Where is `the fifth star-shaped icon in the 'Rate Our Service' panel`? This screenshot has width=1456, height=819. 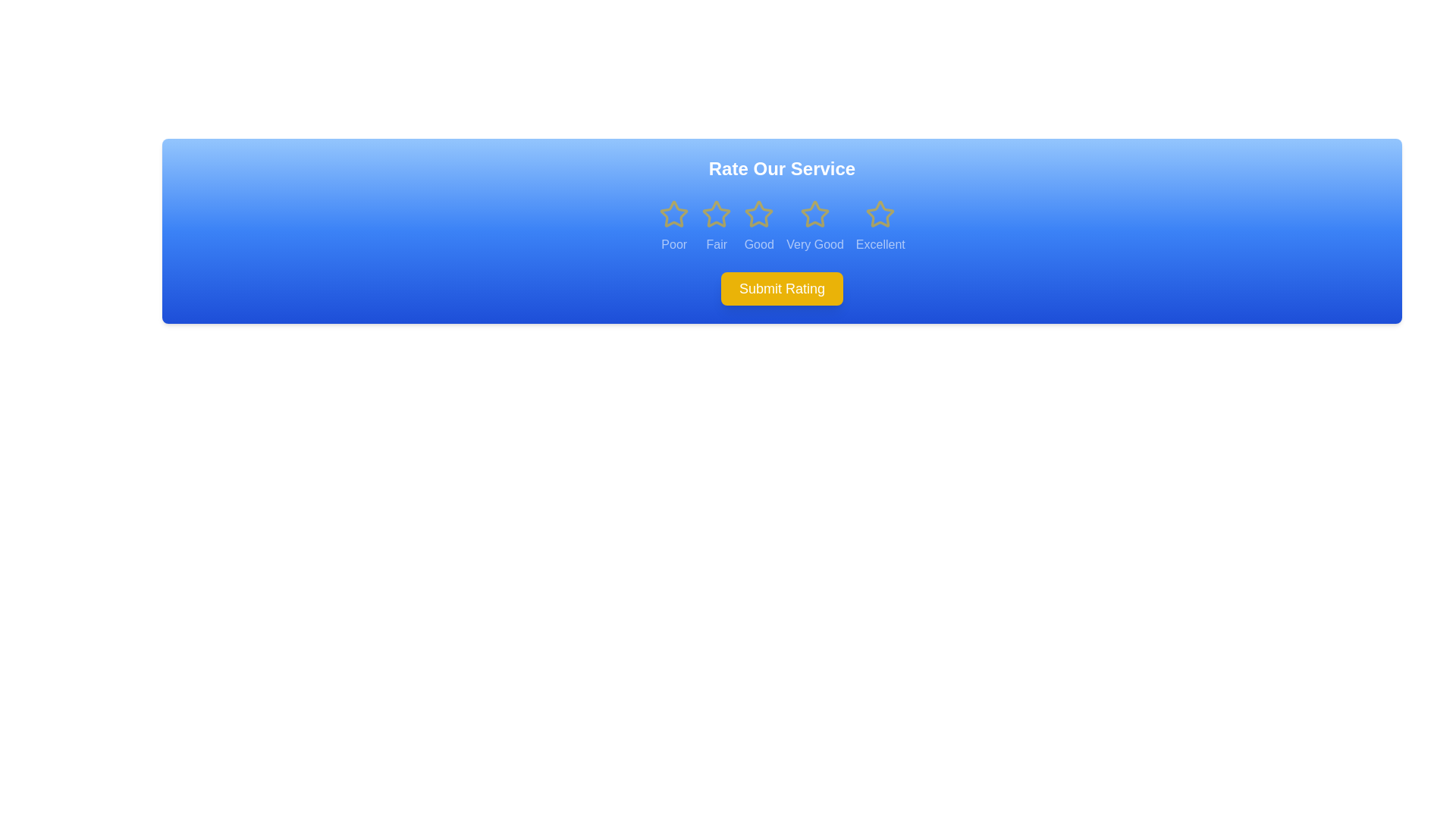 the fifth star-shaped icon in the 'Rate Our Service' panel is located at coordinates (880, 214).